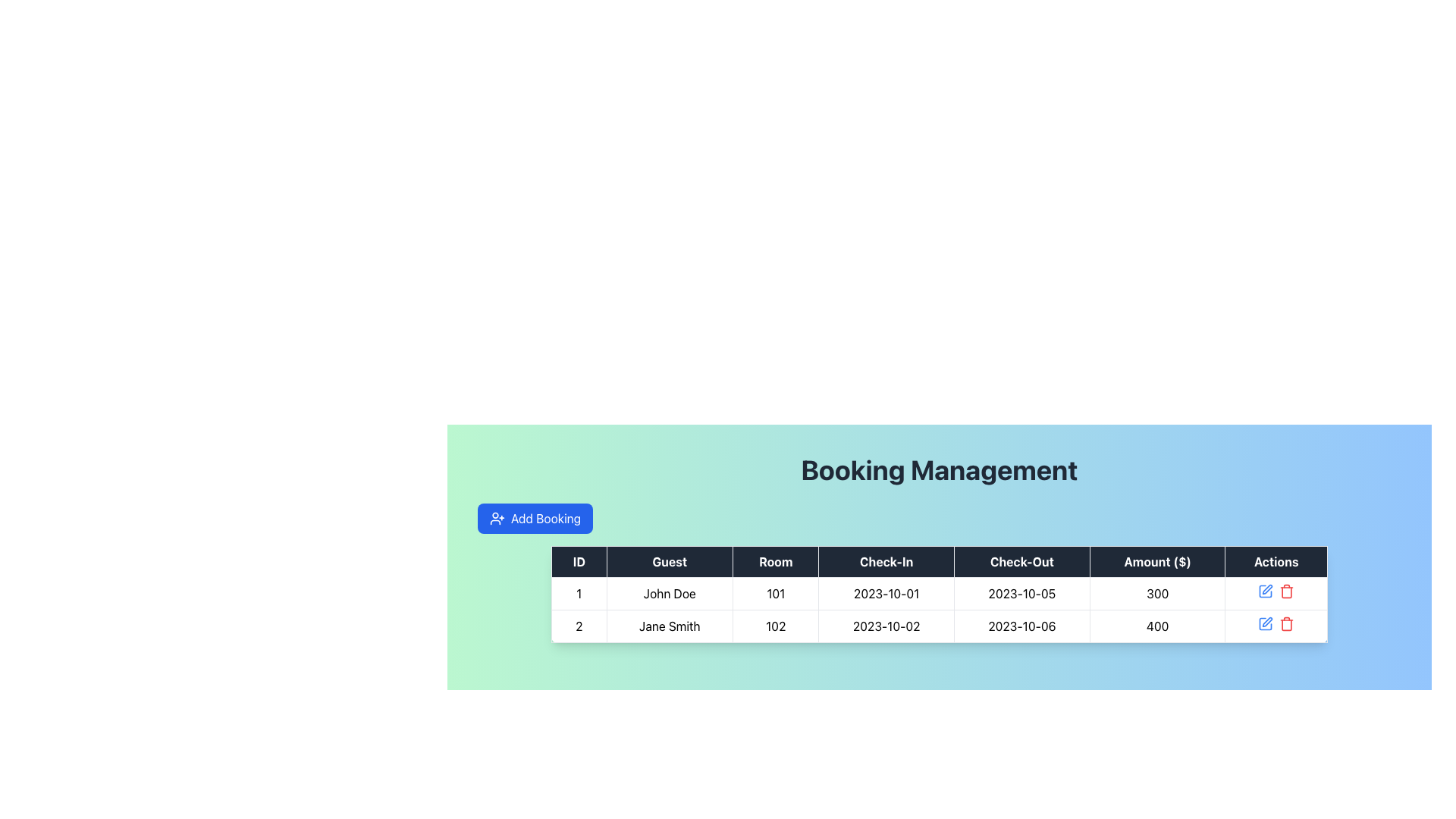 The image size is (1456, 819). What do you see at coordinates (938, 626) in the screenshot?
I see `the second row in the data table under the 'Booking Management' section` at bounding box center [938, 626].